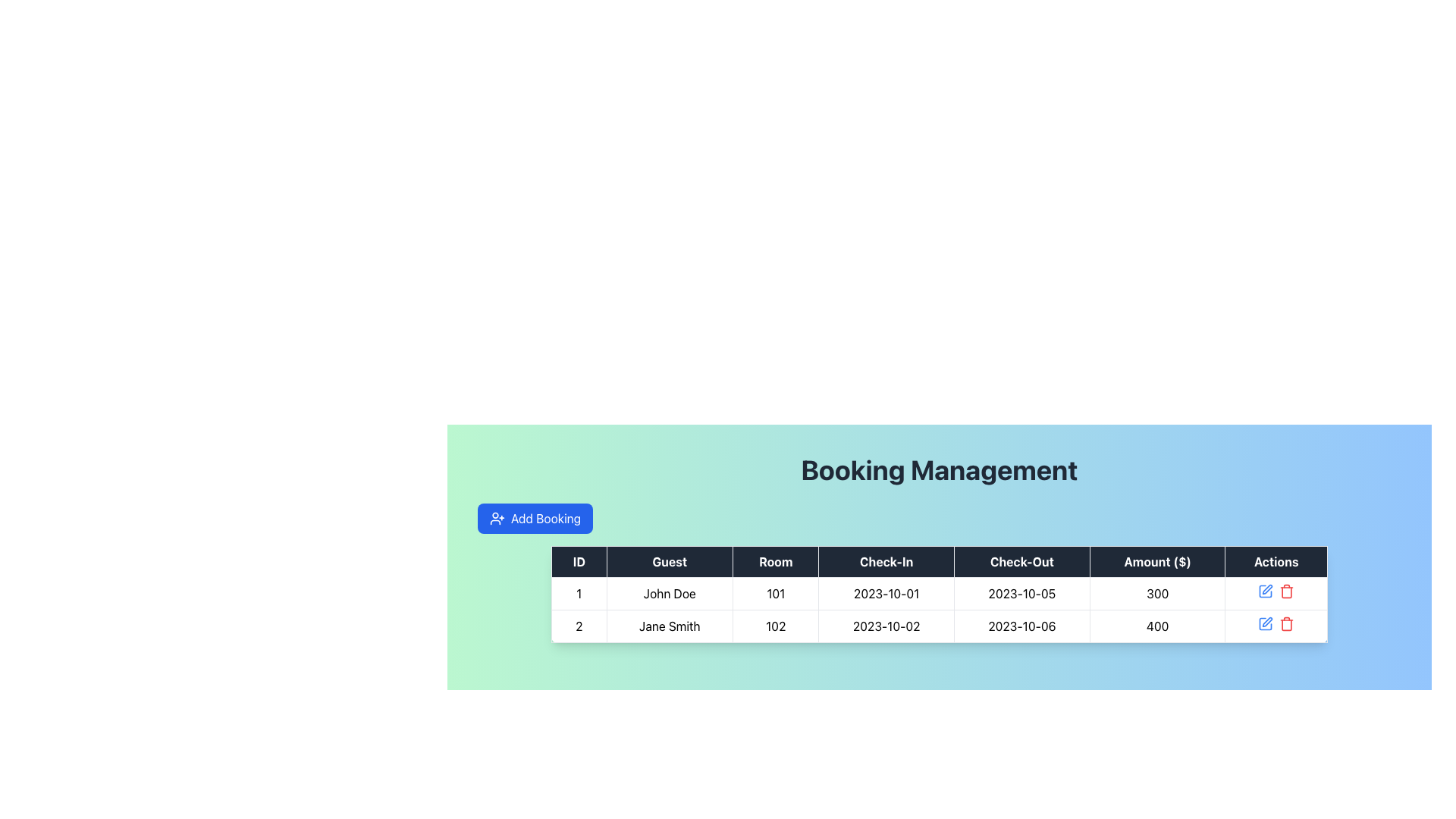 The image size is (1456, 819). What do you see at coordinates (938, 626) in the screenshot?
I see `the second row in the data table under the 'Booking Management' section` at bounding box center [938, 626].